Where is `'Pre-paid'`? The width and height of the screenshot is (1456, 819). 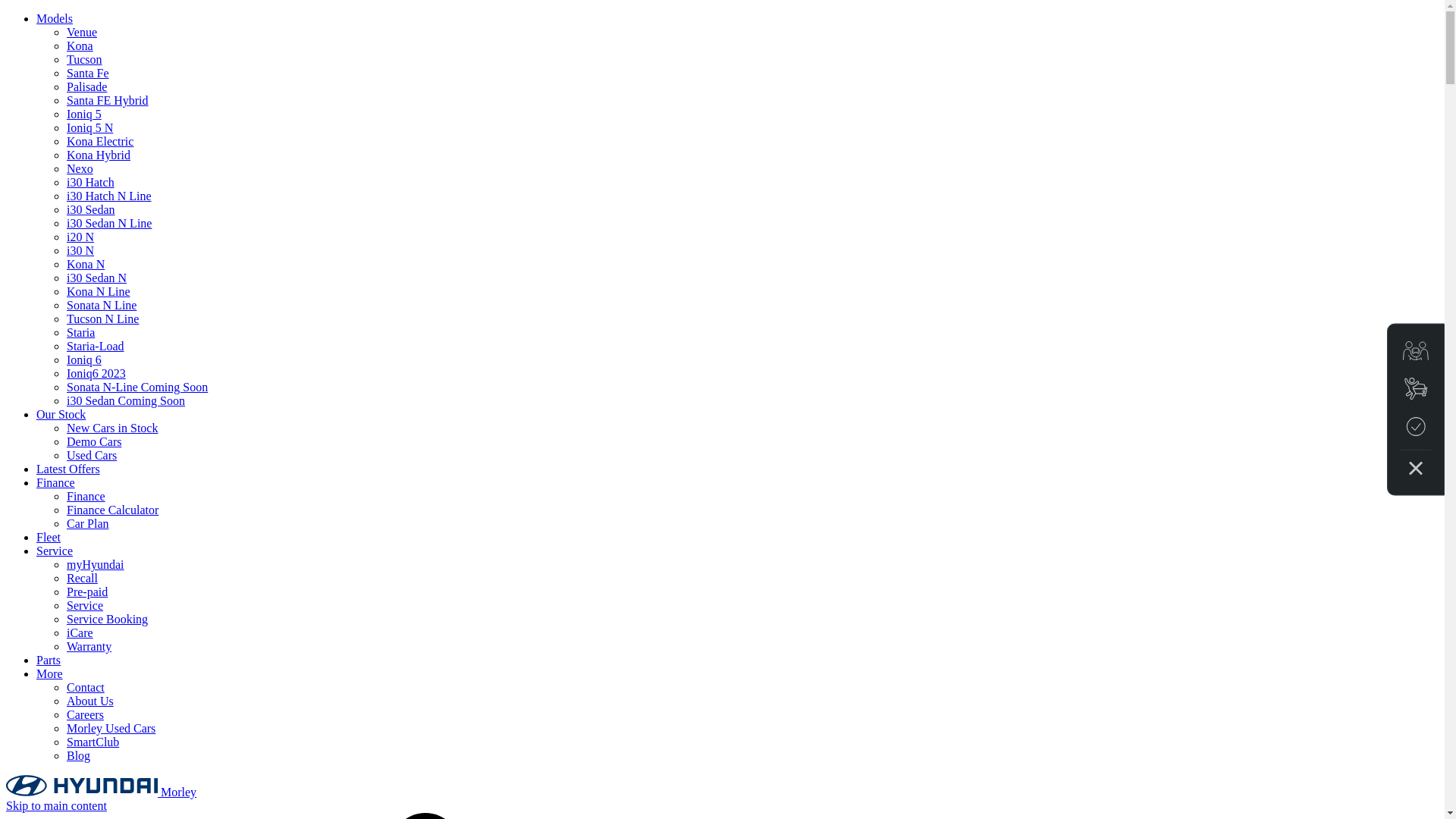
'Pre-paid' is located at coordinates (86, 591).